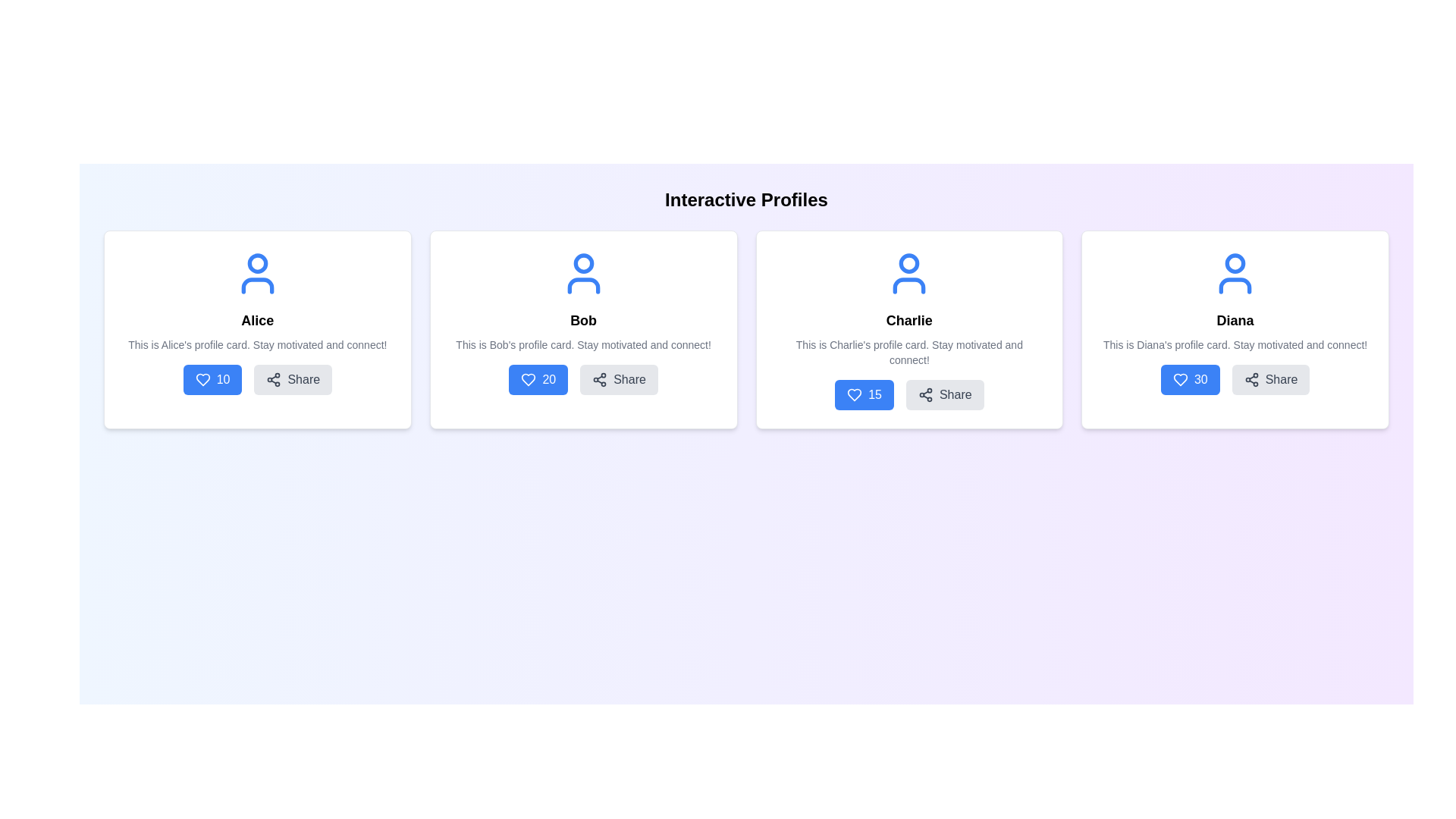  Describe the element at coordinates (257, 274) in the screenshot. I see `the SVG icon representing a user, which is prominently blue and located at the top of Alice's profile card, centered above the text 'Alice'` at that location.